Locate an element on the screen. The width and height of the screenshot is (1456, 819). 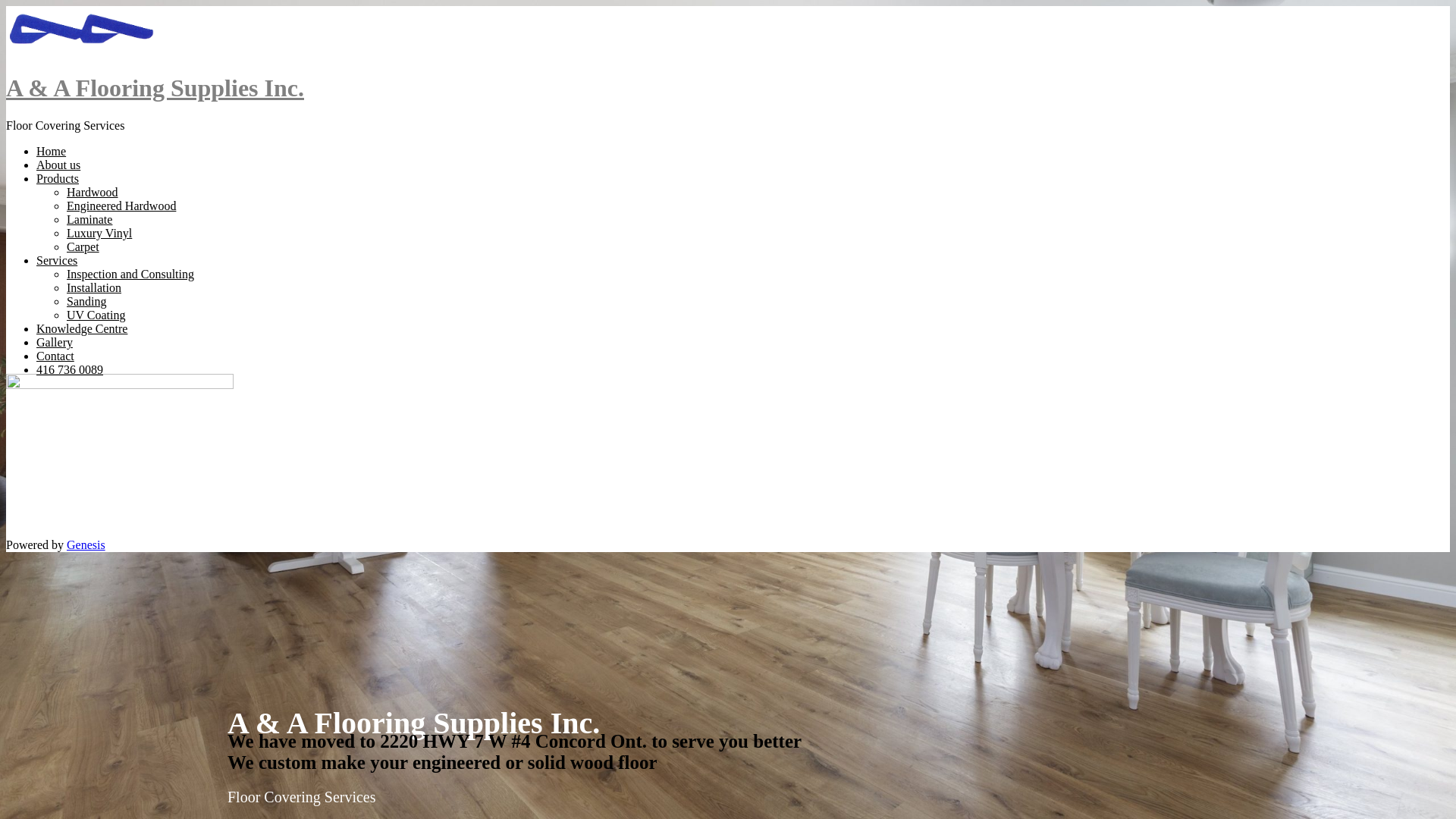
'Knowledge Centre' is located at coordinates (80, 328).